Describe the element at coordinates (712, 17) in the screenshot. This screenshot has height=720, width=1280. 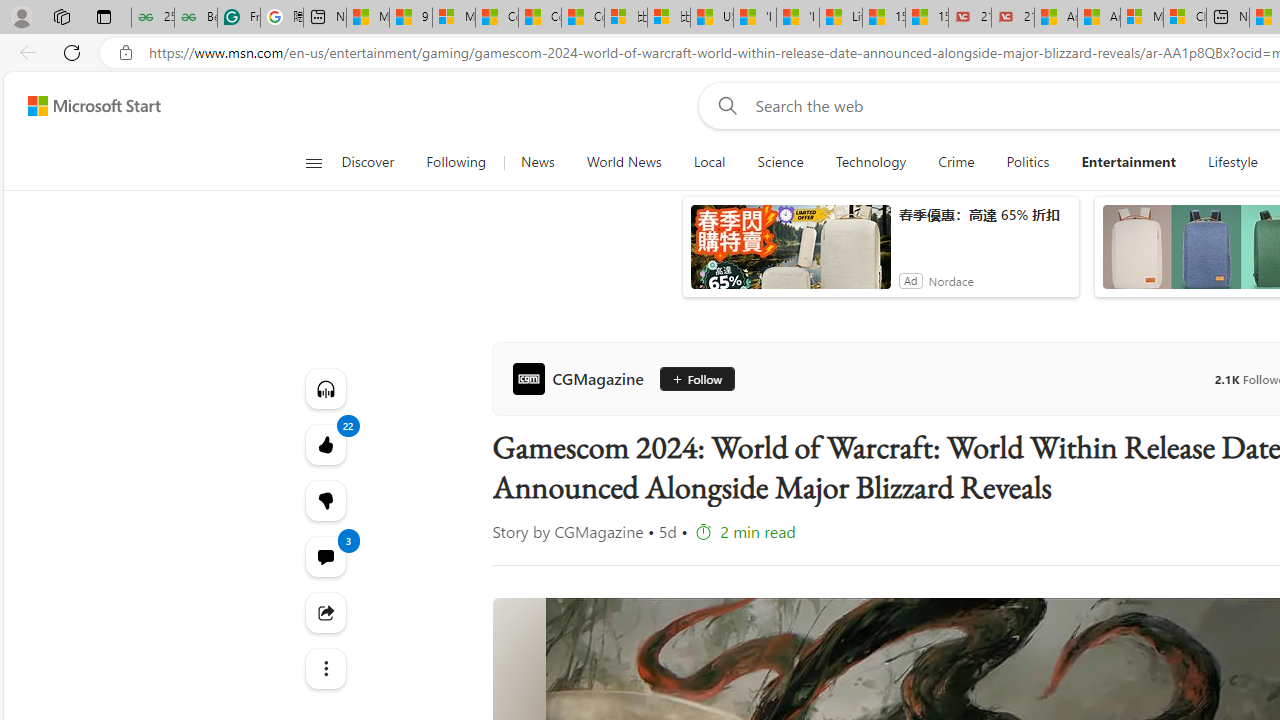
I see `'USA TODAY - MSN'` at that location.